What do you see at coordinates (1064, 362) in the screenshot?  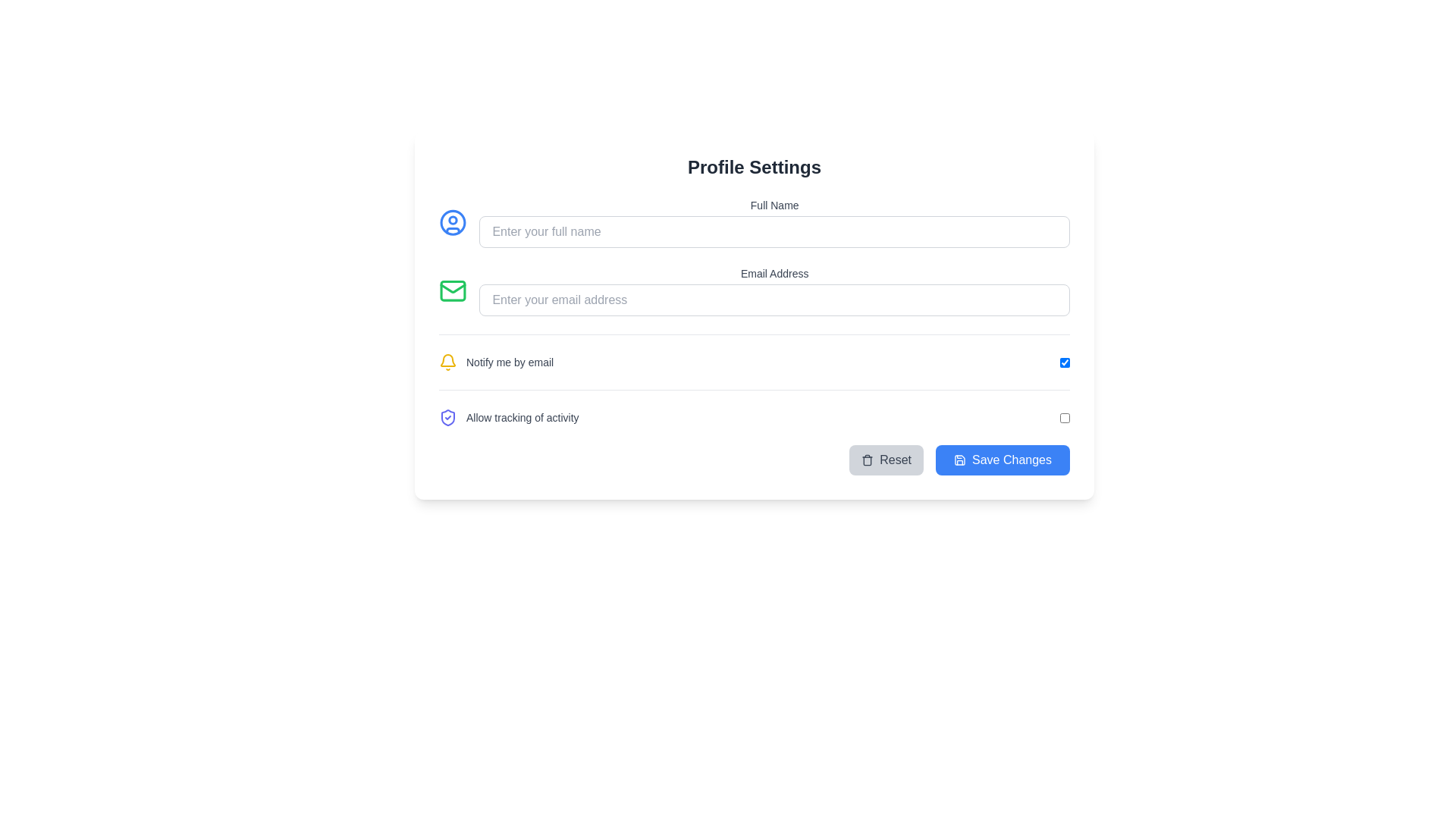 I see `the checkbox located to the far right of the 'Notify me by email' label` at bounding box center [1064, 362].